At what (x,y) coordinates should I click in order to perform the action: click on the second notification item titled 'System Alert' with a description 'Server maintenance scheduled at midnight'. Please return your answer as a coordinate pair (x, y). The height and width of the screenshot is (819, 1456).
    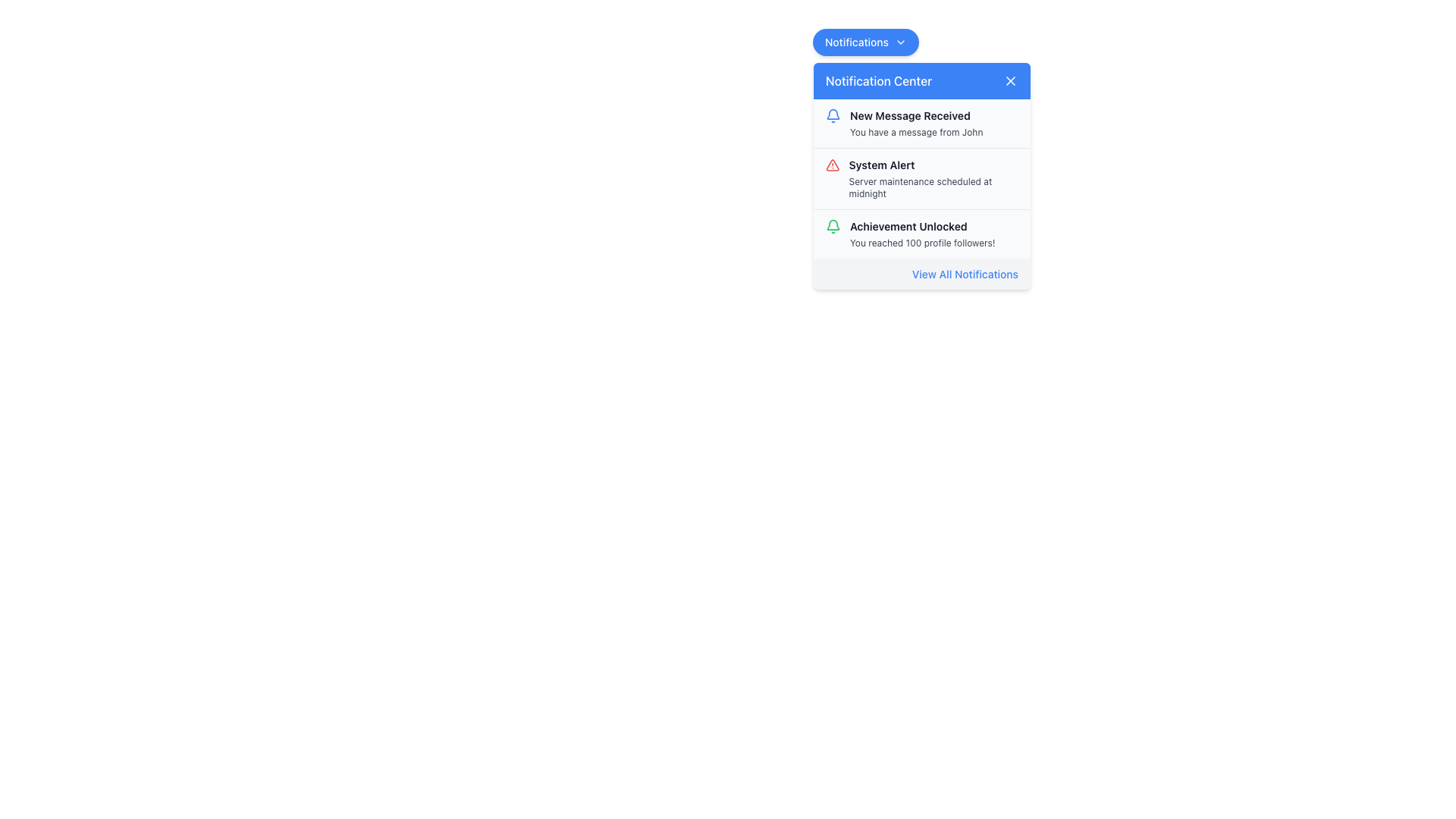
    Looking at the image, I should click on (921, 174).